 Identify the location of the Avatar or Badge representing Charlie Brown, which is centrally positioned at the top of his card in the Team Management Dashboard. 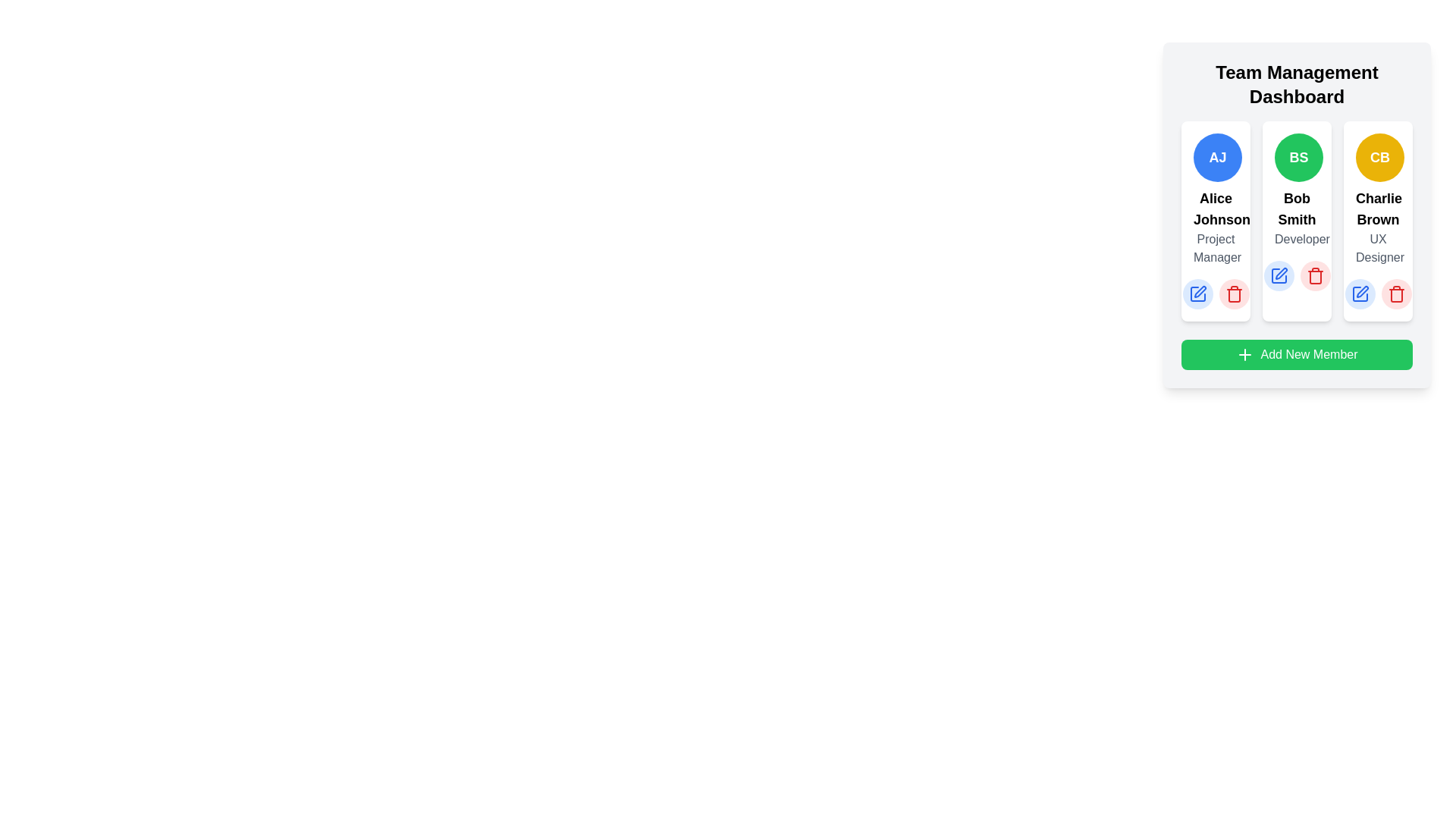
(1379, 158).